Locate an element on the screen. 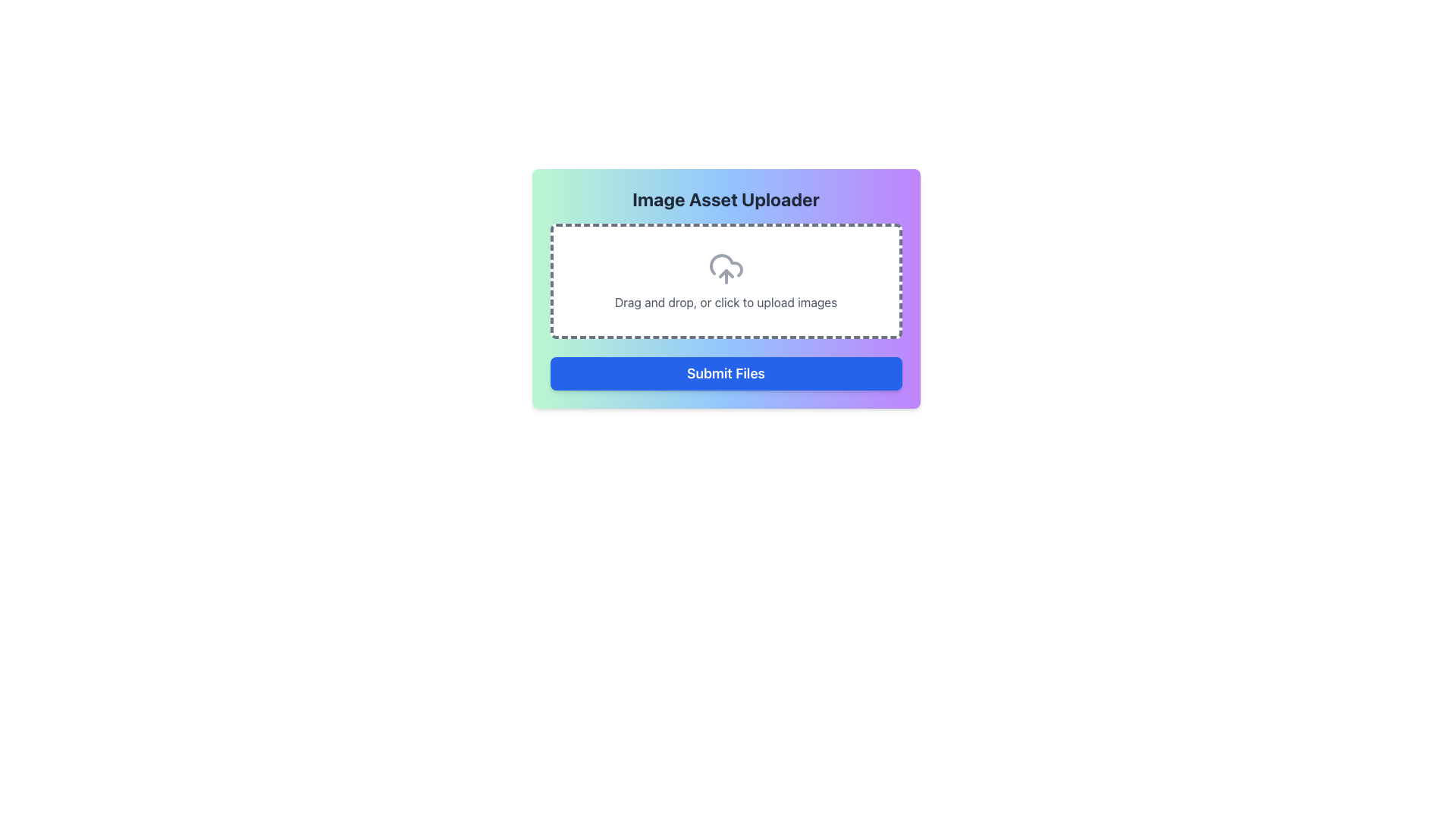  the Text Label that describes the image uploading interface, positioned at the top of its gradient-colored card, above the file upload area and the 'Submit Files' button is located at coordinates (725, 198).